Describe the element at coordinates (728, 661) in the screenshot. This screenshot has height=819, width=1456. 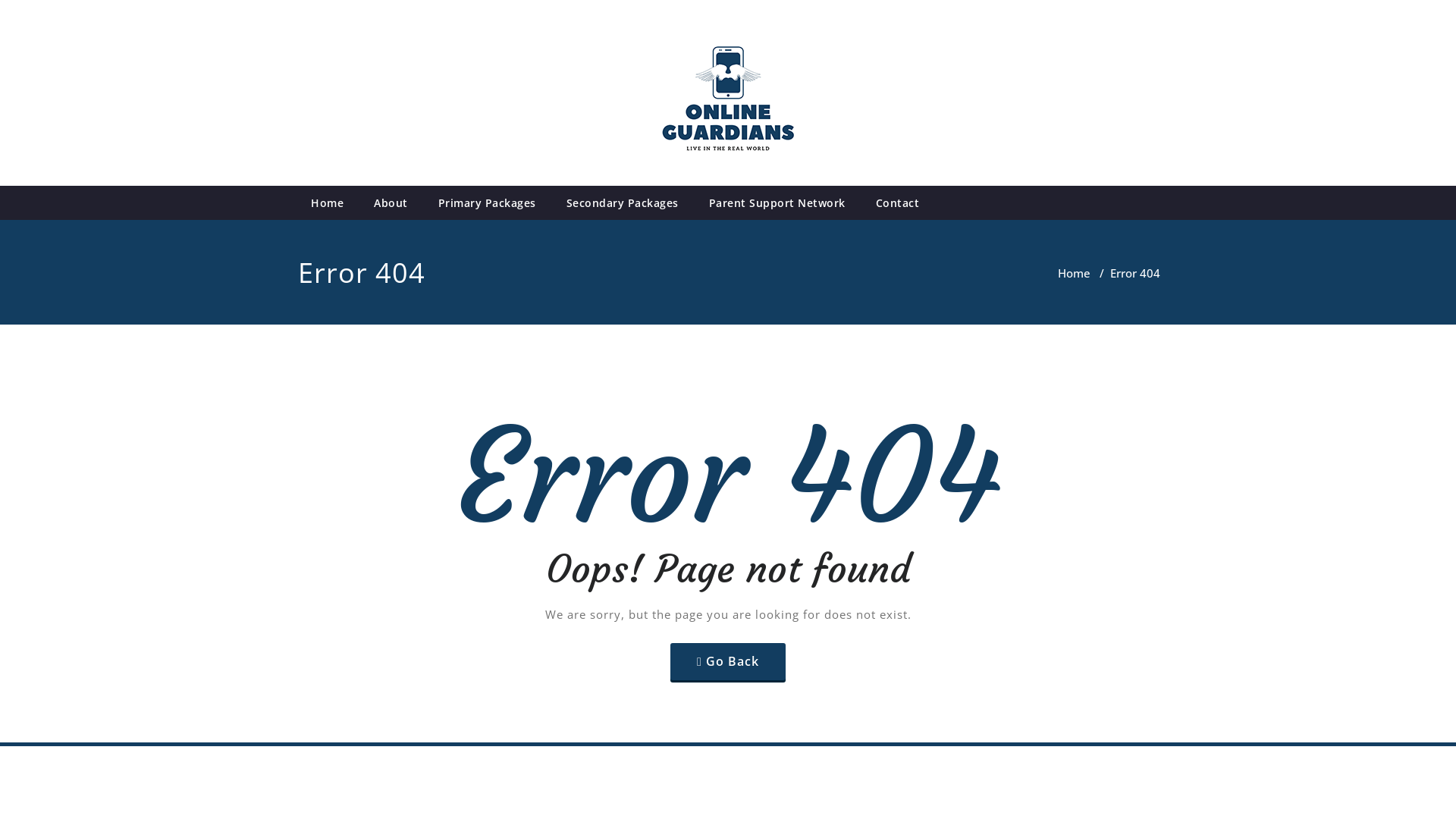
I see `'Go Back'` at that location.